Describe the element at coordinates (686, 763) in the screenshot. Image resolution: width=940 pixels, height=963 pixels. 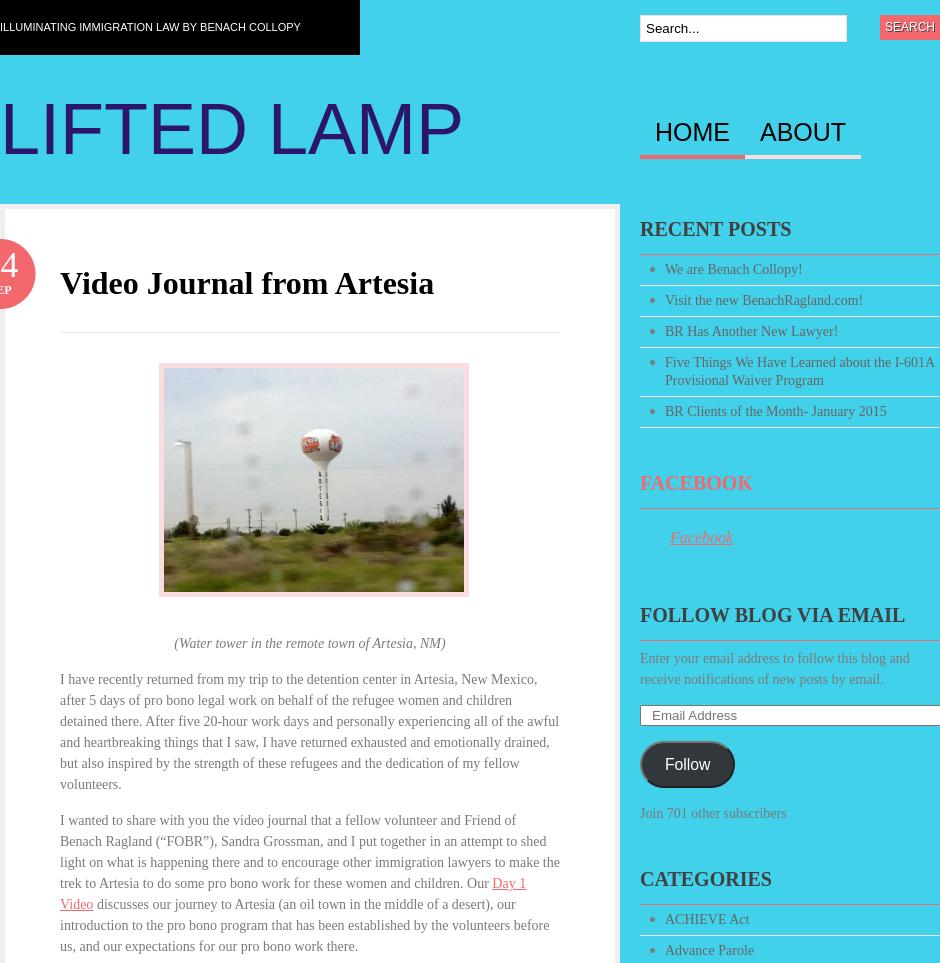
I see `'Follow'` at that location.